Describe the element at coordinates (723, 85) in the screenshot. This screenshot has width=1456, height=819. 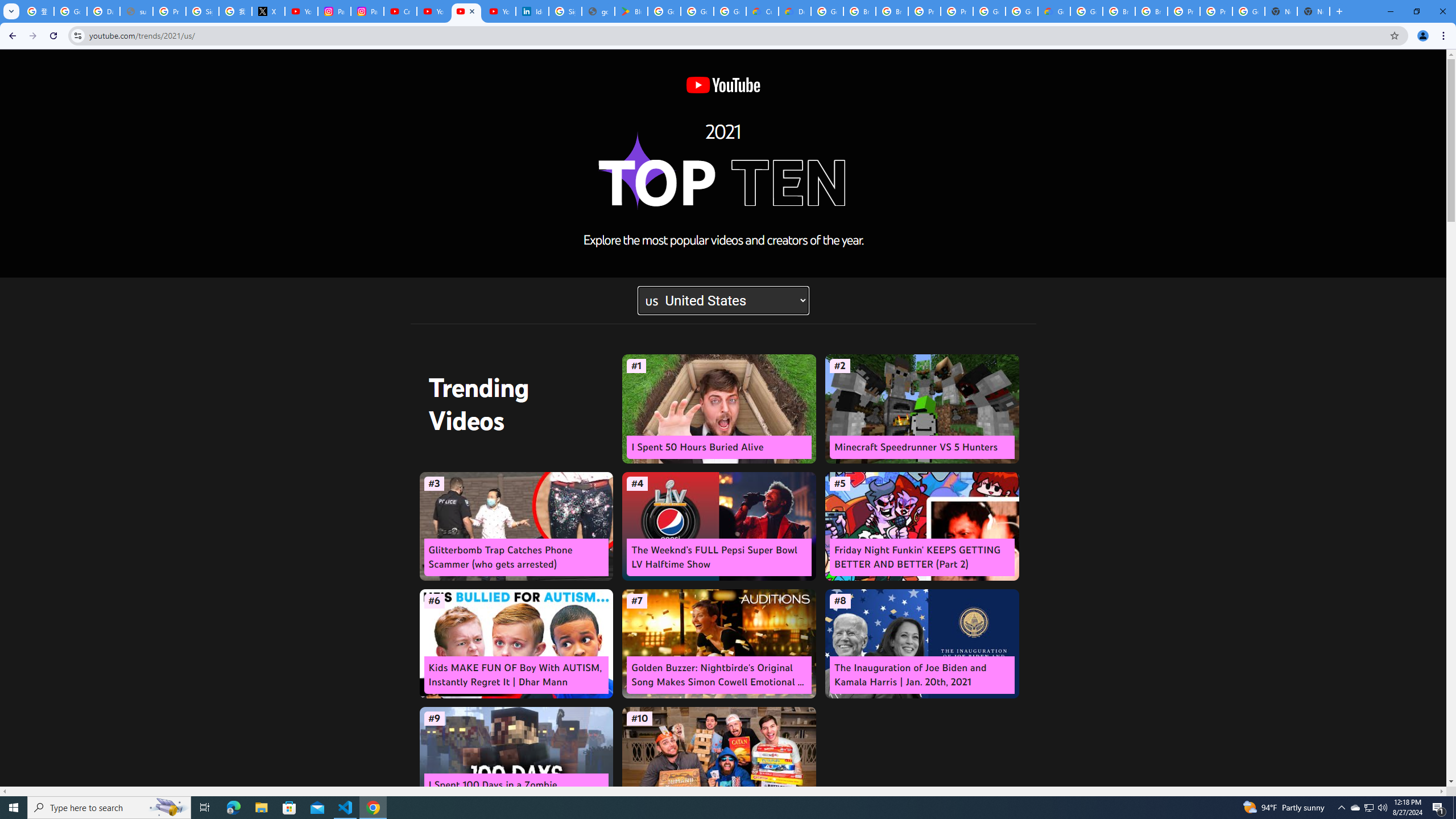
I see `'YouTube logo'` at that location.